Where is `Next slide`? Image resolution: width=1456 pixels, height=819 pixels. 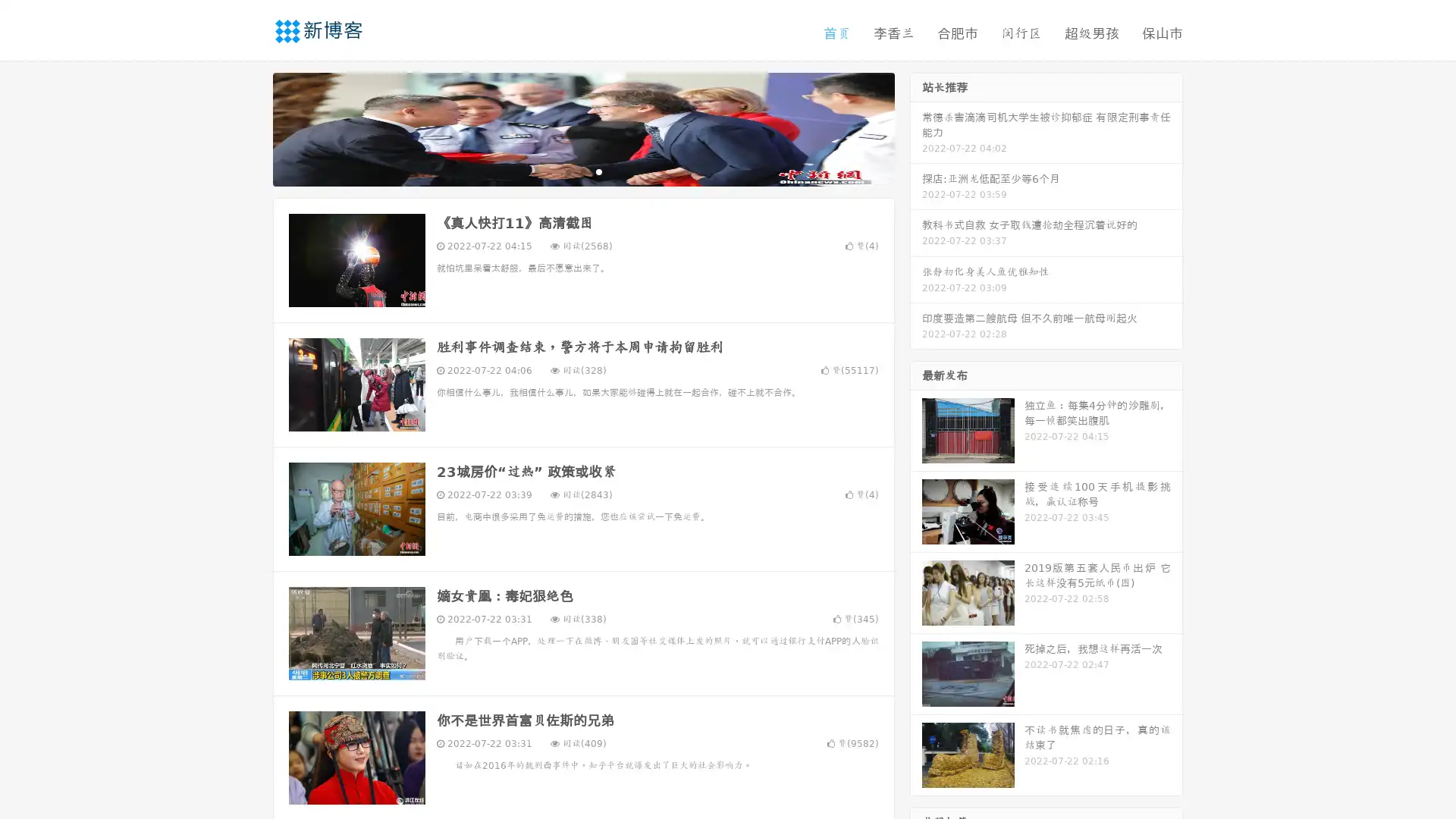 Next slide is located at coordinates (916, 127).